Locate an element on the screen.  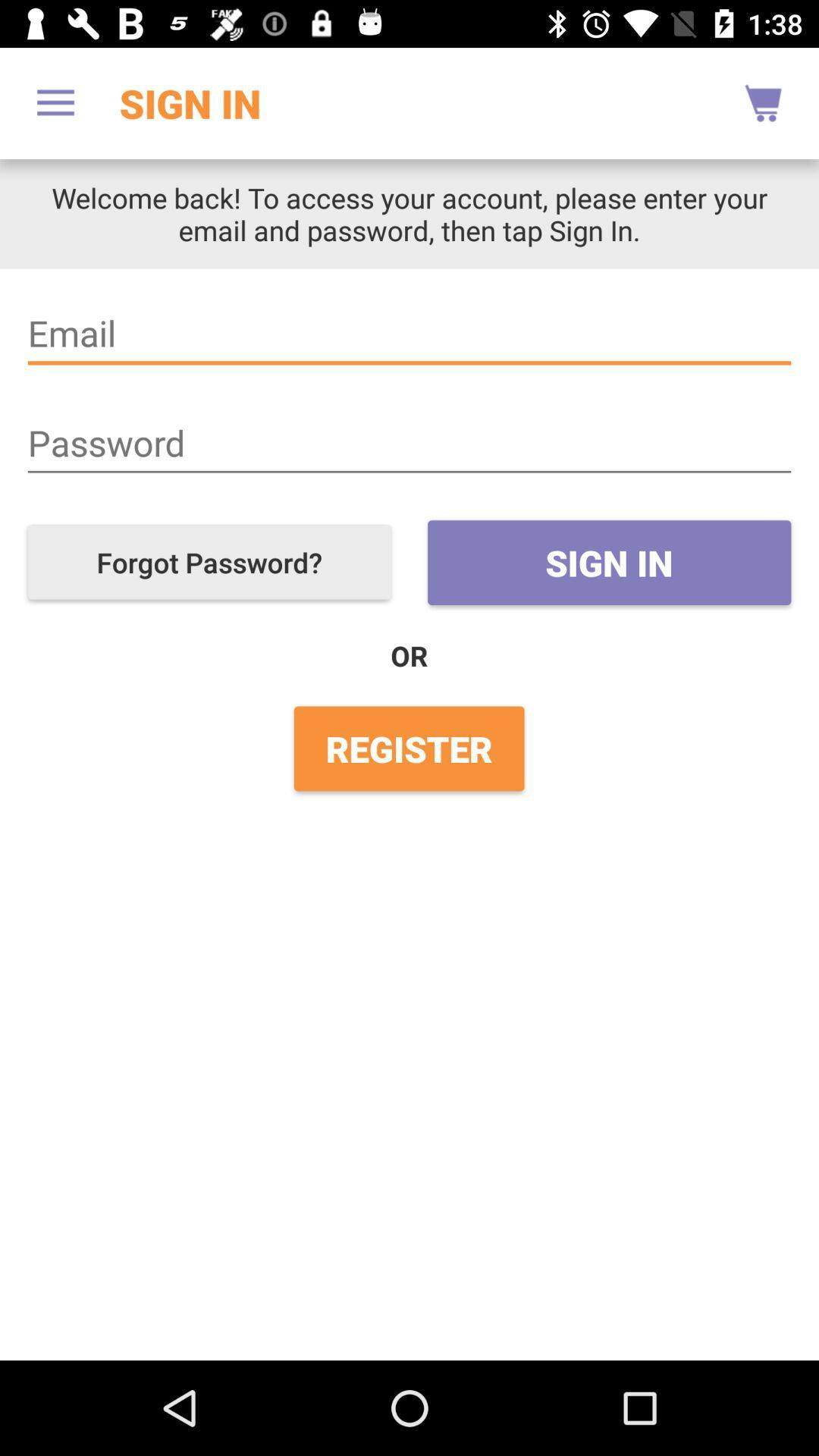
the item above welcome back to icon is located at coordinates (55, 102).